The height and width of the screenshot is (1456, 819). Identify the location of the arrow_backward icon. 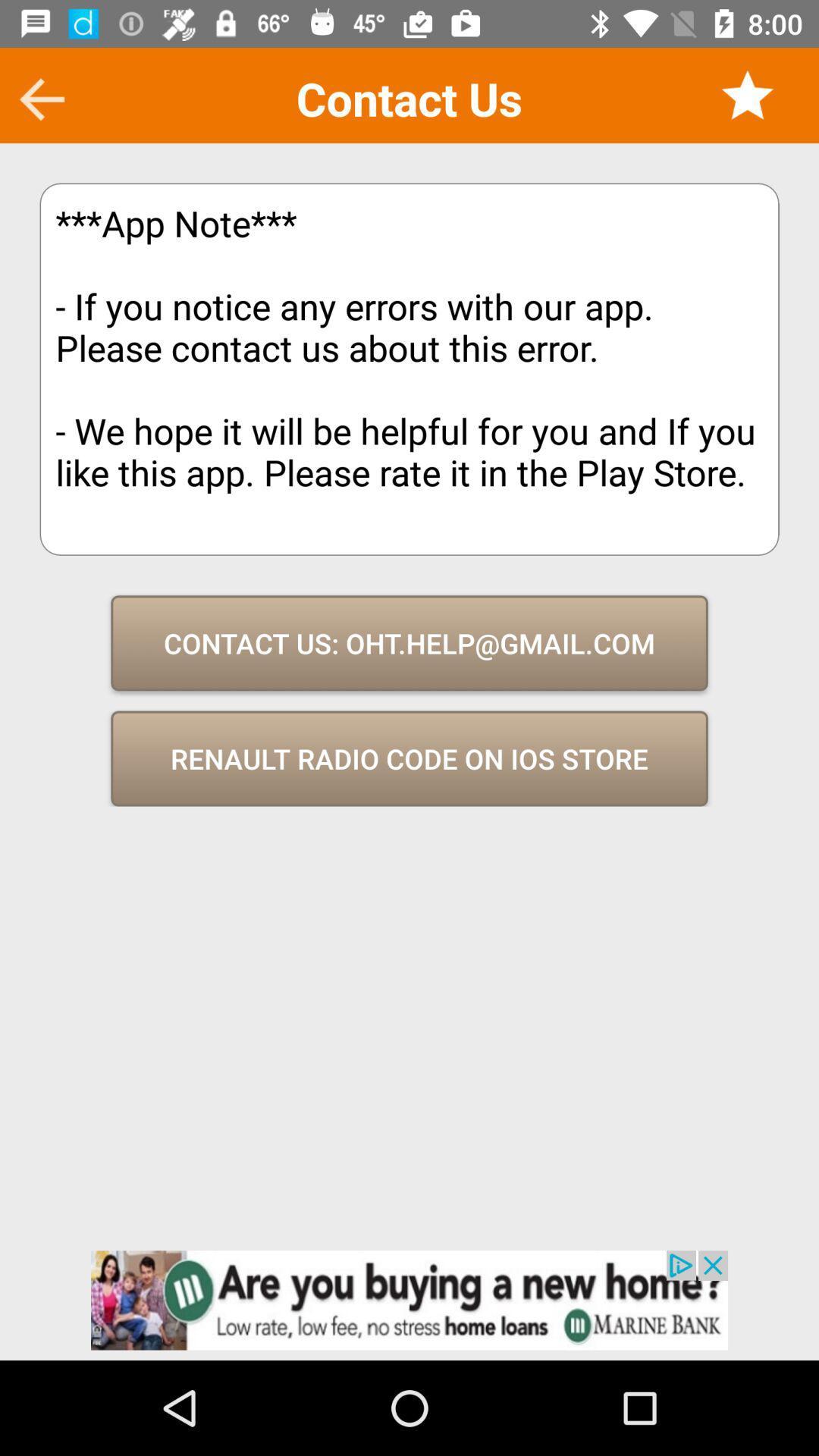
(41, 99).